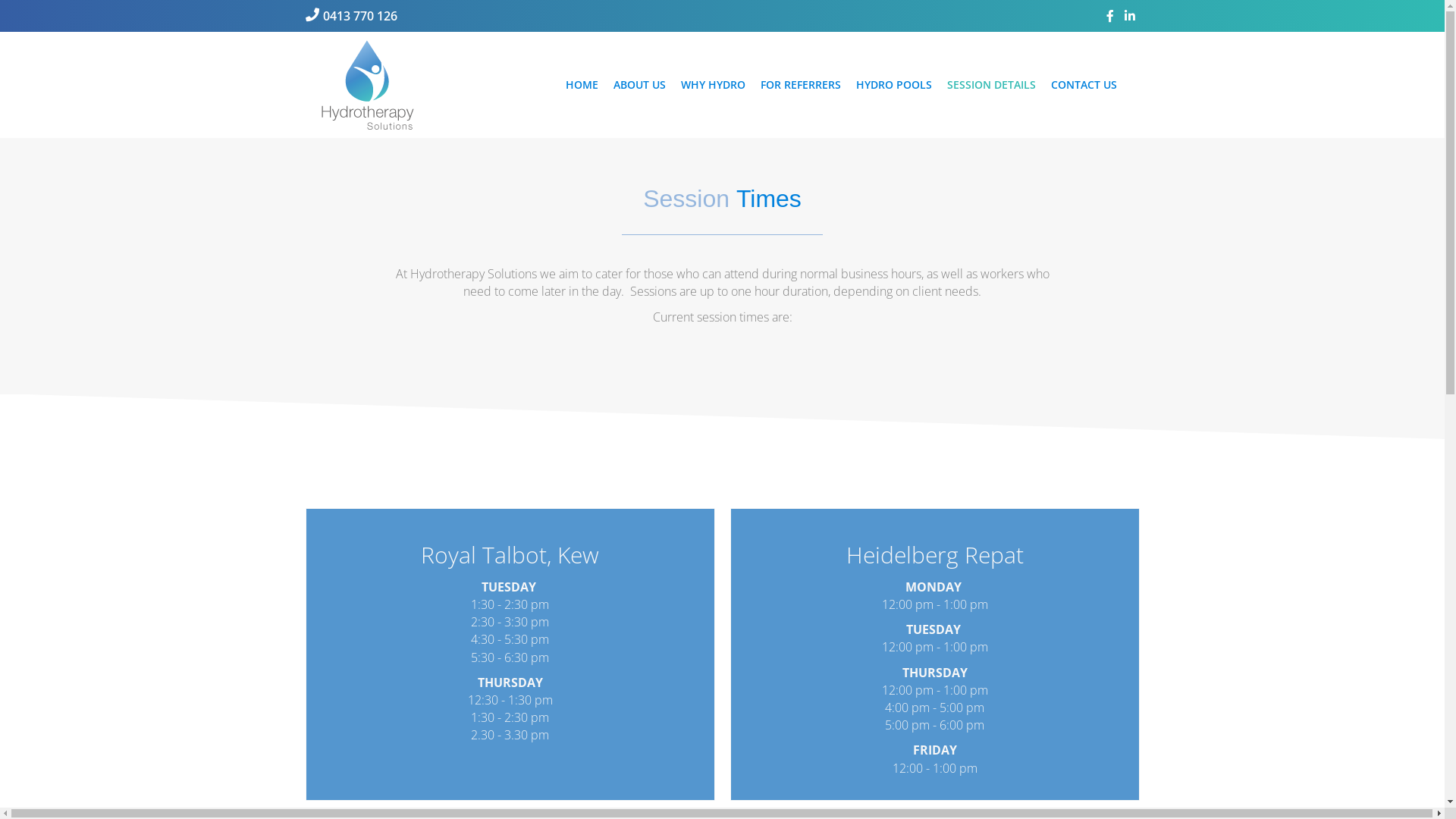 The height and width of the screenshot is (819, 1456). What do you see at coordinates (639, 84) in the screenshot?
I see `'ABOUT US'` at bounding box center [639, 84].